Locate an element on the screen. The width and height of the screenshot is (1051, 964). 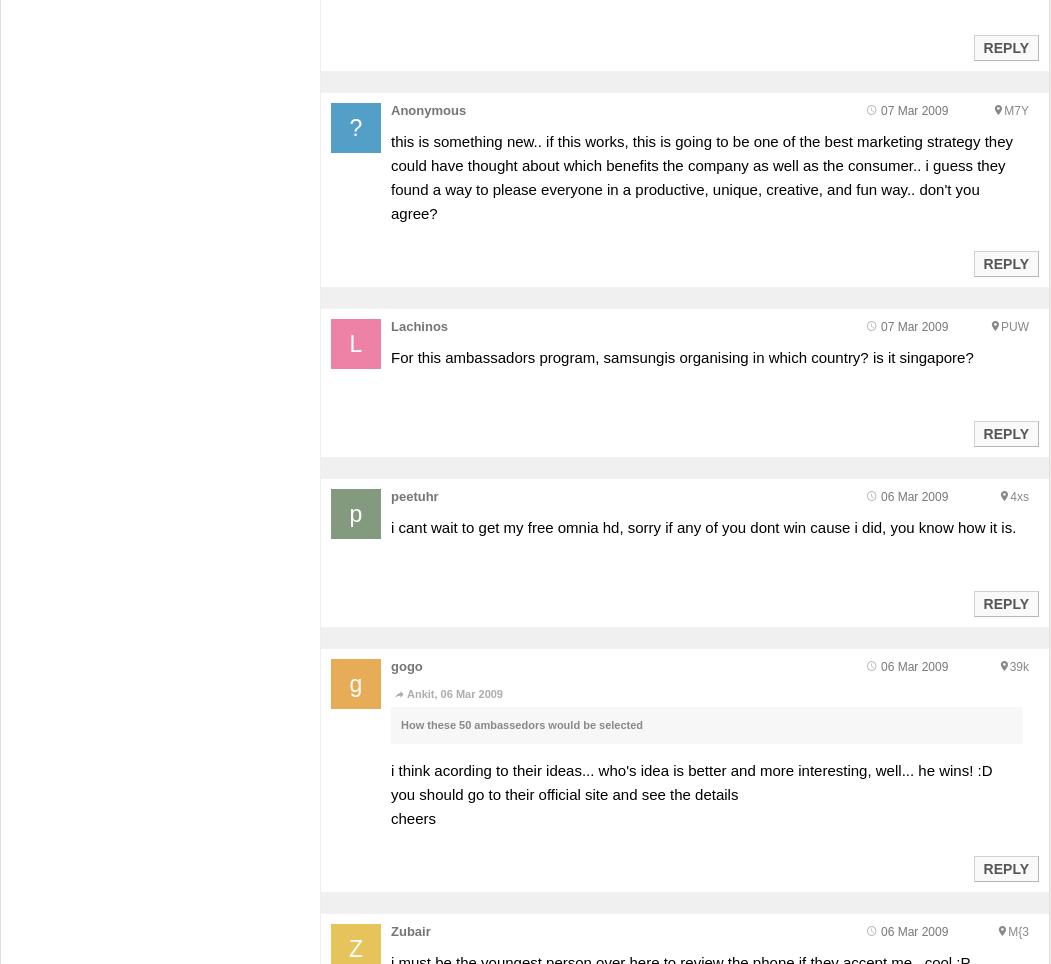
'this is something new.. if this works, this is going to be one of the best marketing strategy they could have thought about which benefits the company as well as the consumer.. i guess they found a way to please everyone in a productive, unique, creative, and fun way.. don't you agree?' is located at coordinates (700, 176).